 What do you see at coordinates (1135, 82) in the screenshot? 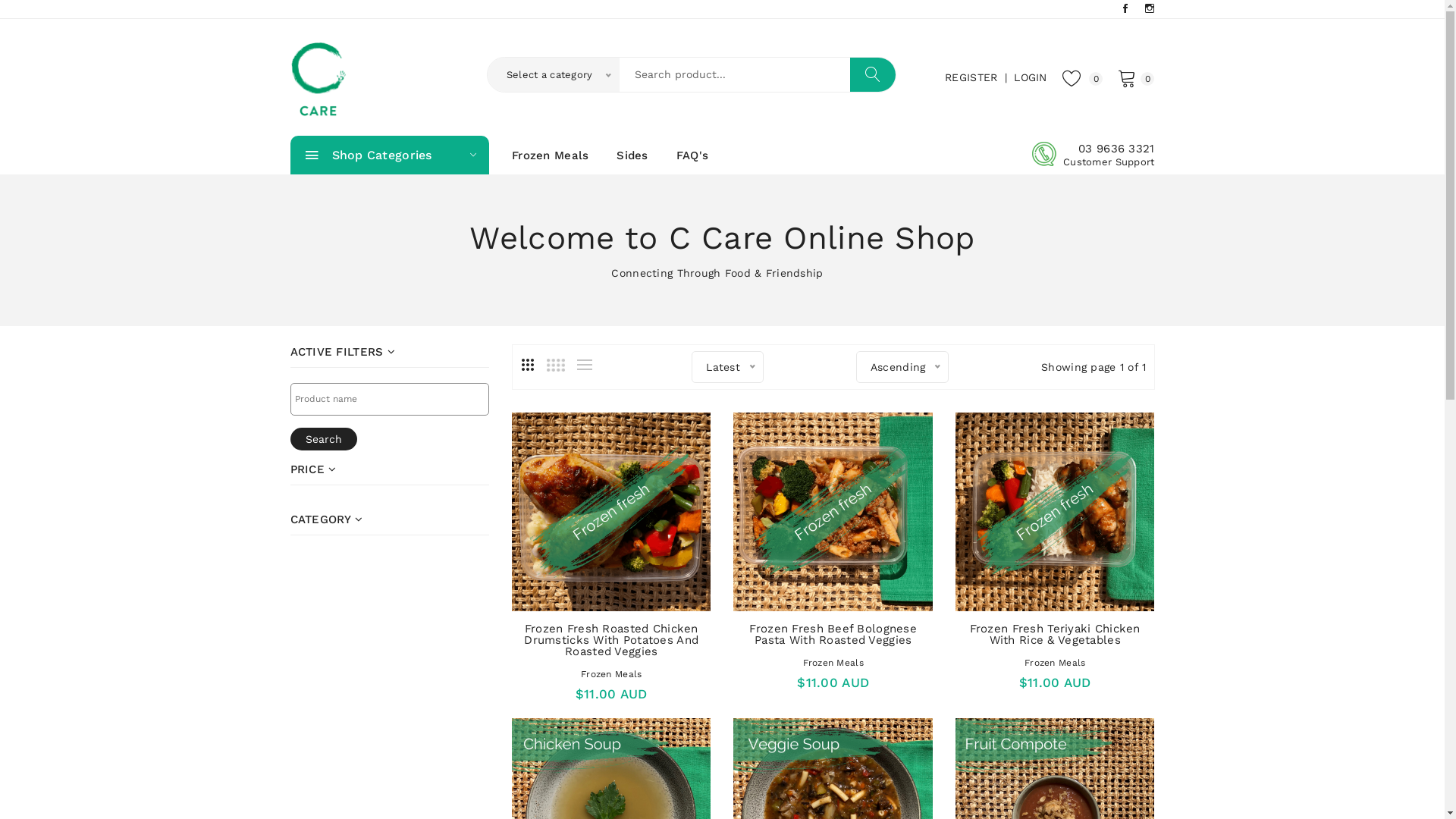
I see `'0'` at bounding box center [1135, 82].